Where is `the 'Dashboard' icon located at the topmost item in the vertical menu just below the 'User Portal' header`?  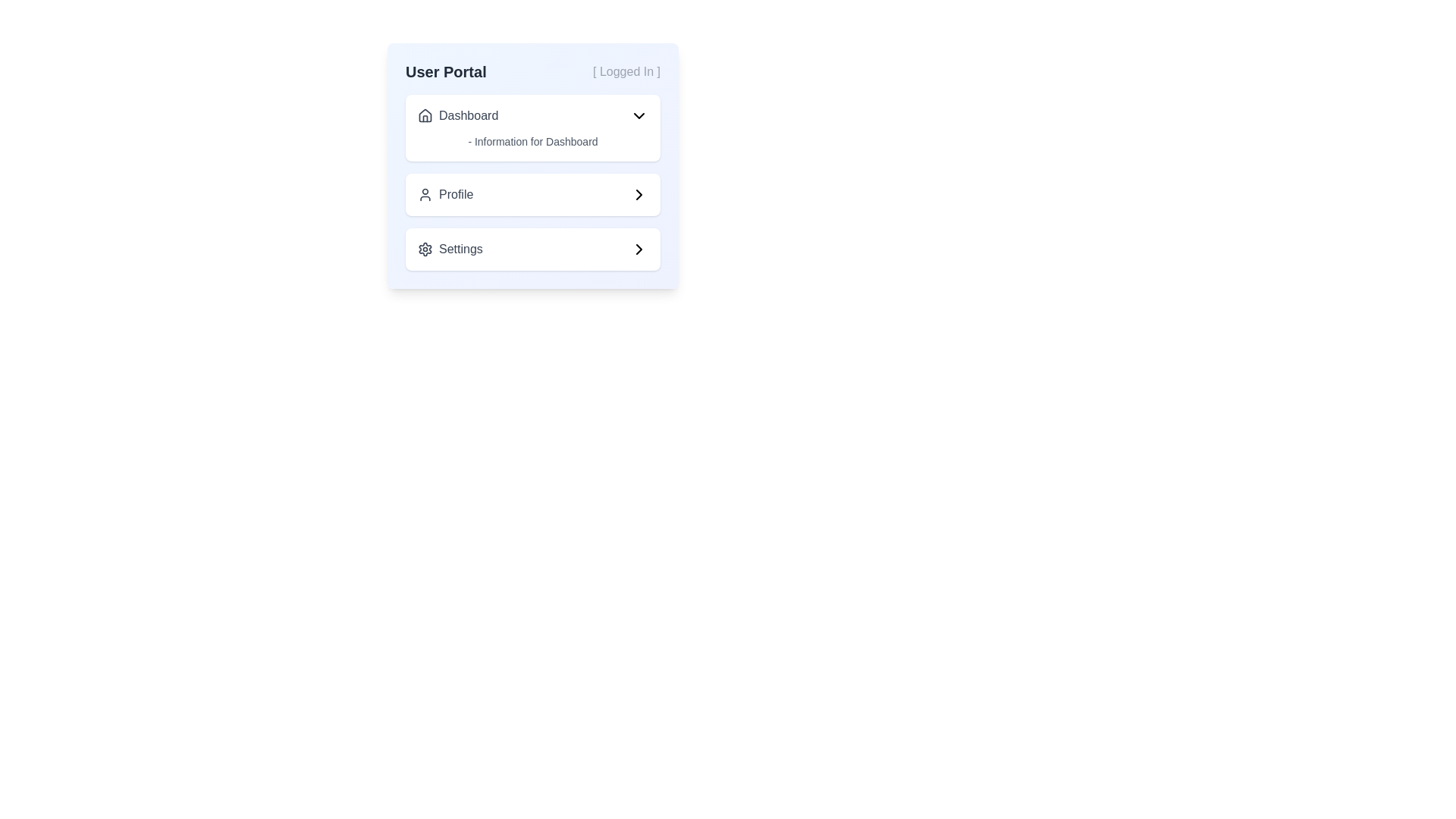
the 'Dashboard' icon located at the topmost item in the vertical menu just below the 'User Portal' header is located at coordinates (425, 115).